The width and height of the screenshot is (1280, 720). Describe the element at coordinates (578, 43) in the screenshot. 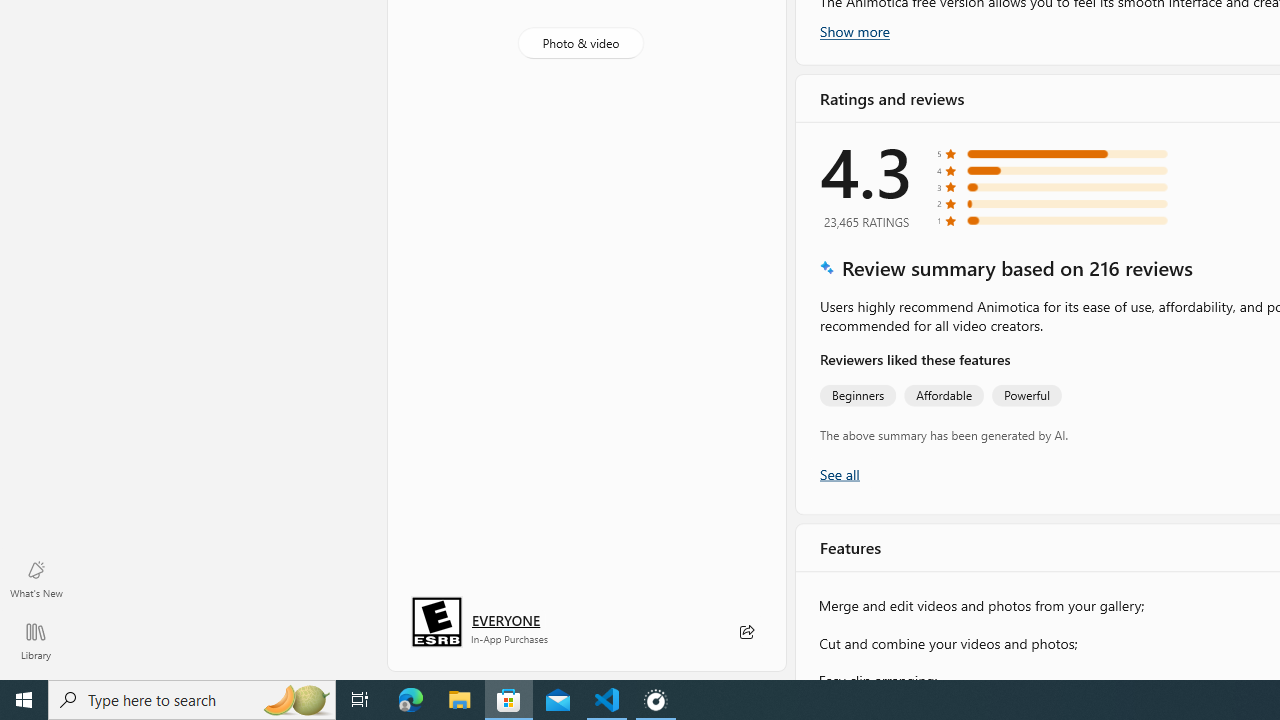

I see `'Photo & video'` at that location.